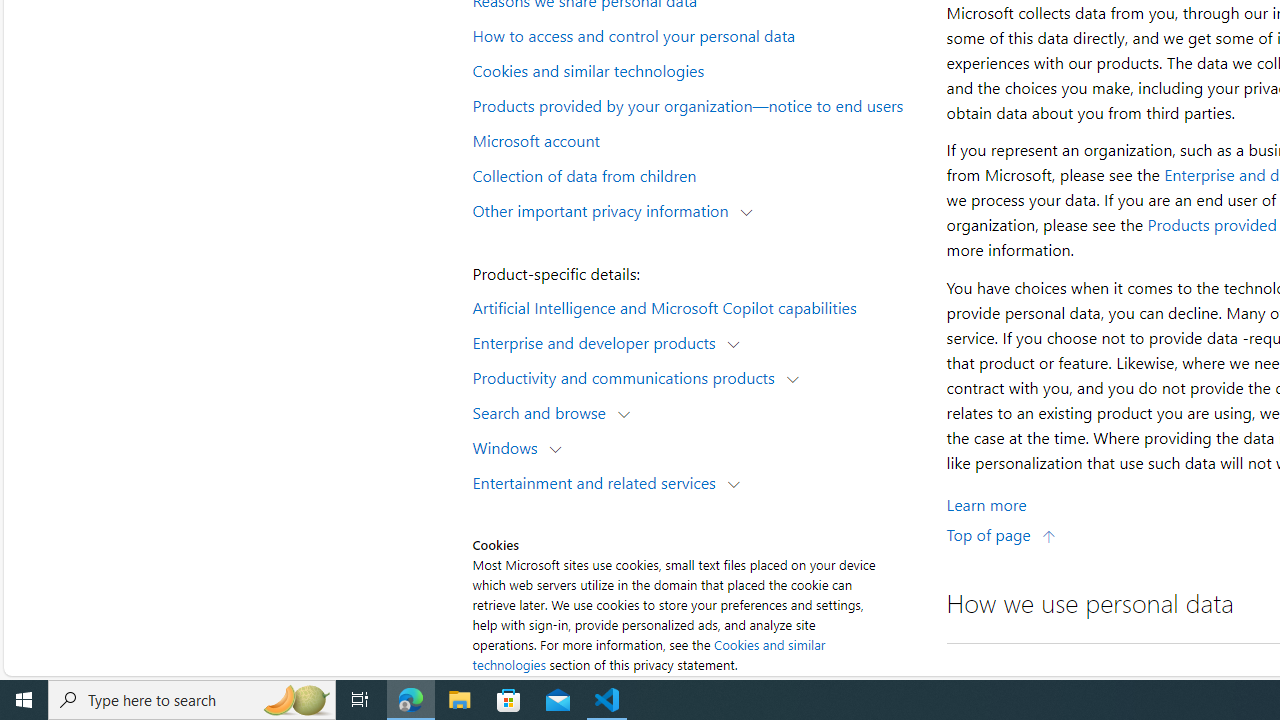 This screenshot has height=720, width=1280. I want to click on 'Windows', so click(510, 446).